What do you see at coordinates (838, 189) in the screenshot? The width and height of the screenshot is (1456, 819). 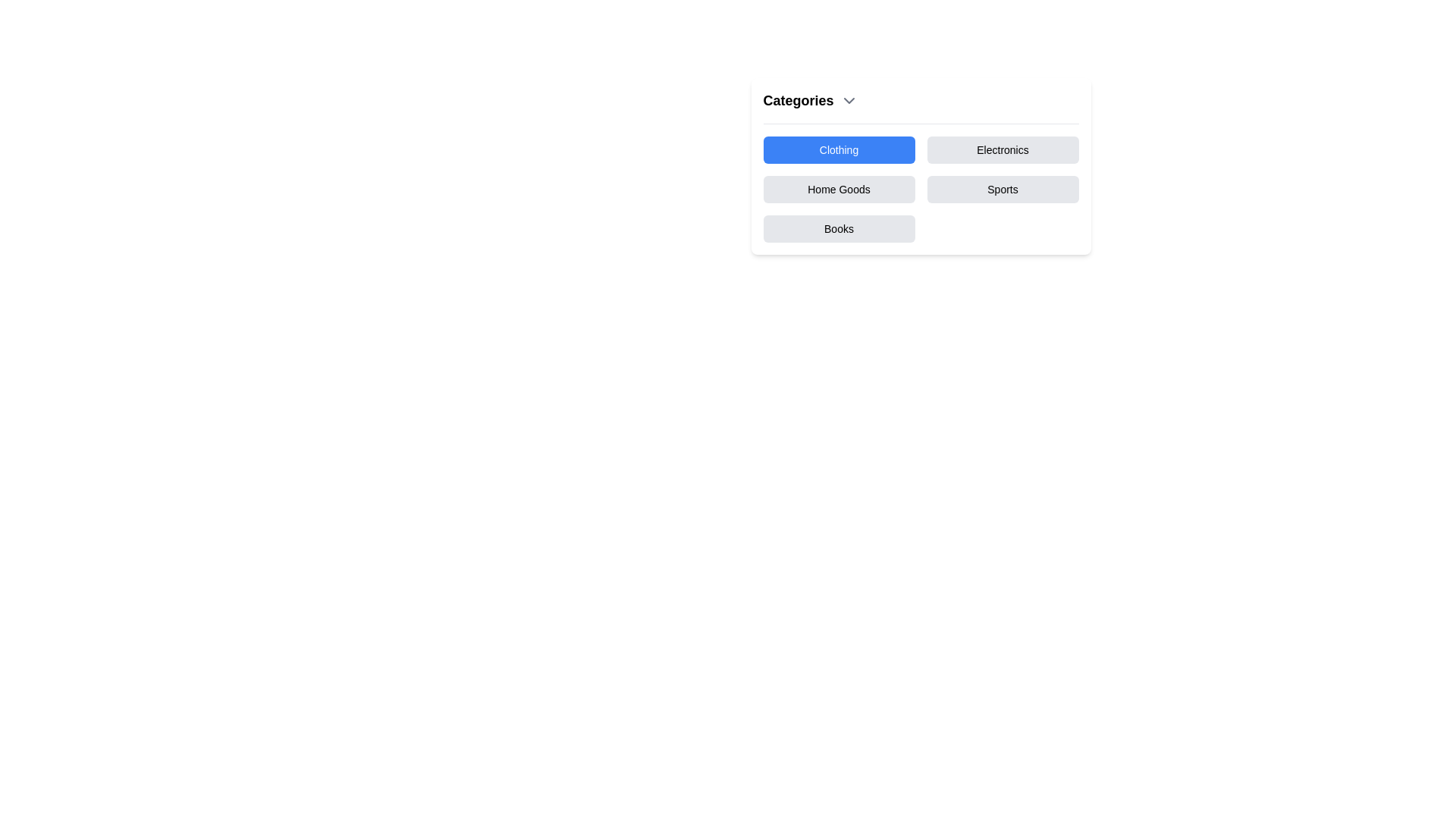 I see `the 'Home Goods' category button located in the first column of the second row in the category selection interface` at bounding box center [838, 189].